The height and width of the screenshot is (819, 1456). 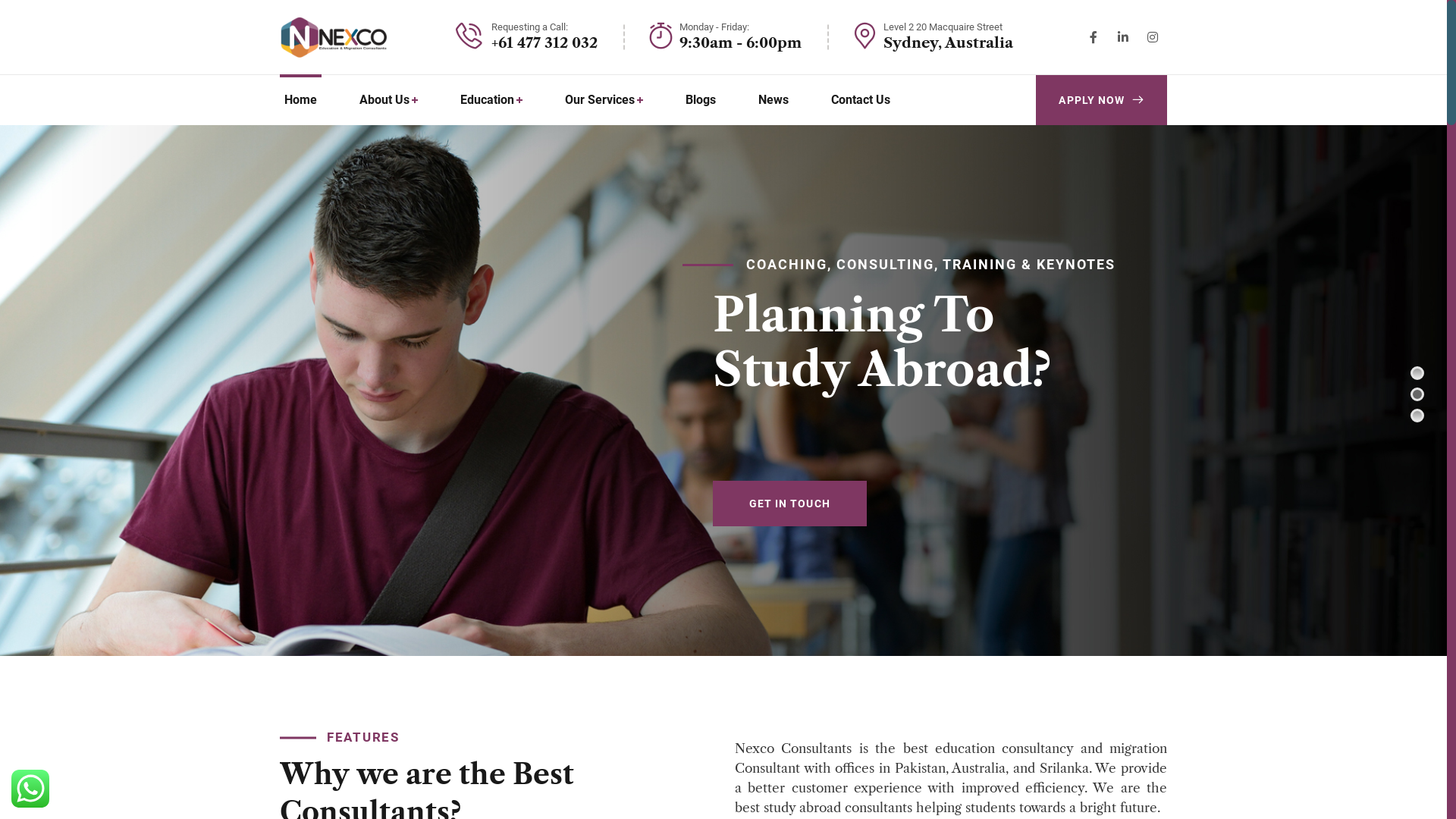 What do you see at coordinates (860, 99) in the screenshot?
I see `'Contact Us'` at bounding box center [860, 99].